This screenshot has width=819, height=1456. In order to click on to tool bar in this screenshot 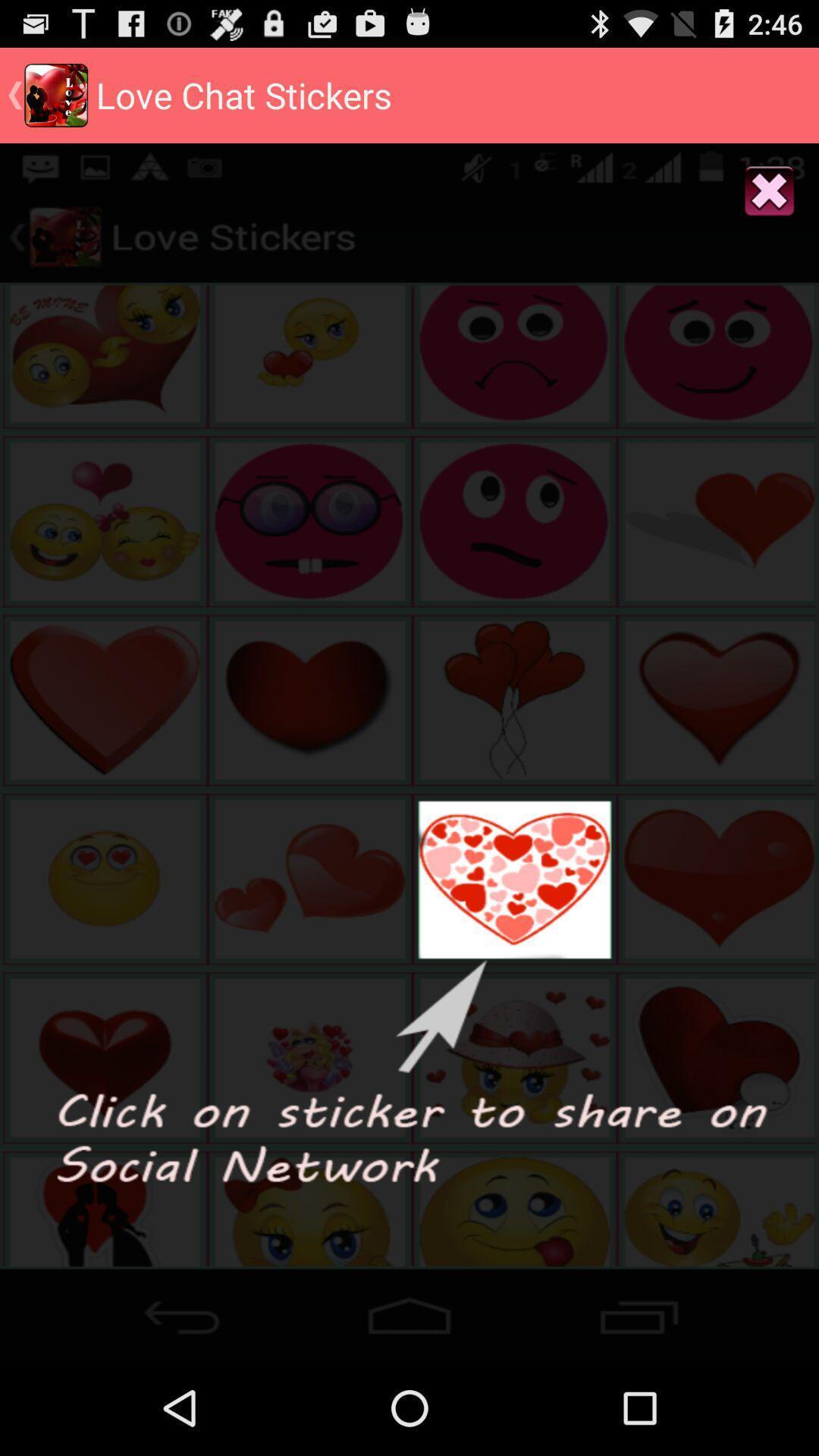, I will do `click(409, 1310)`.